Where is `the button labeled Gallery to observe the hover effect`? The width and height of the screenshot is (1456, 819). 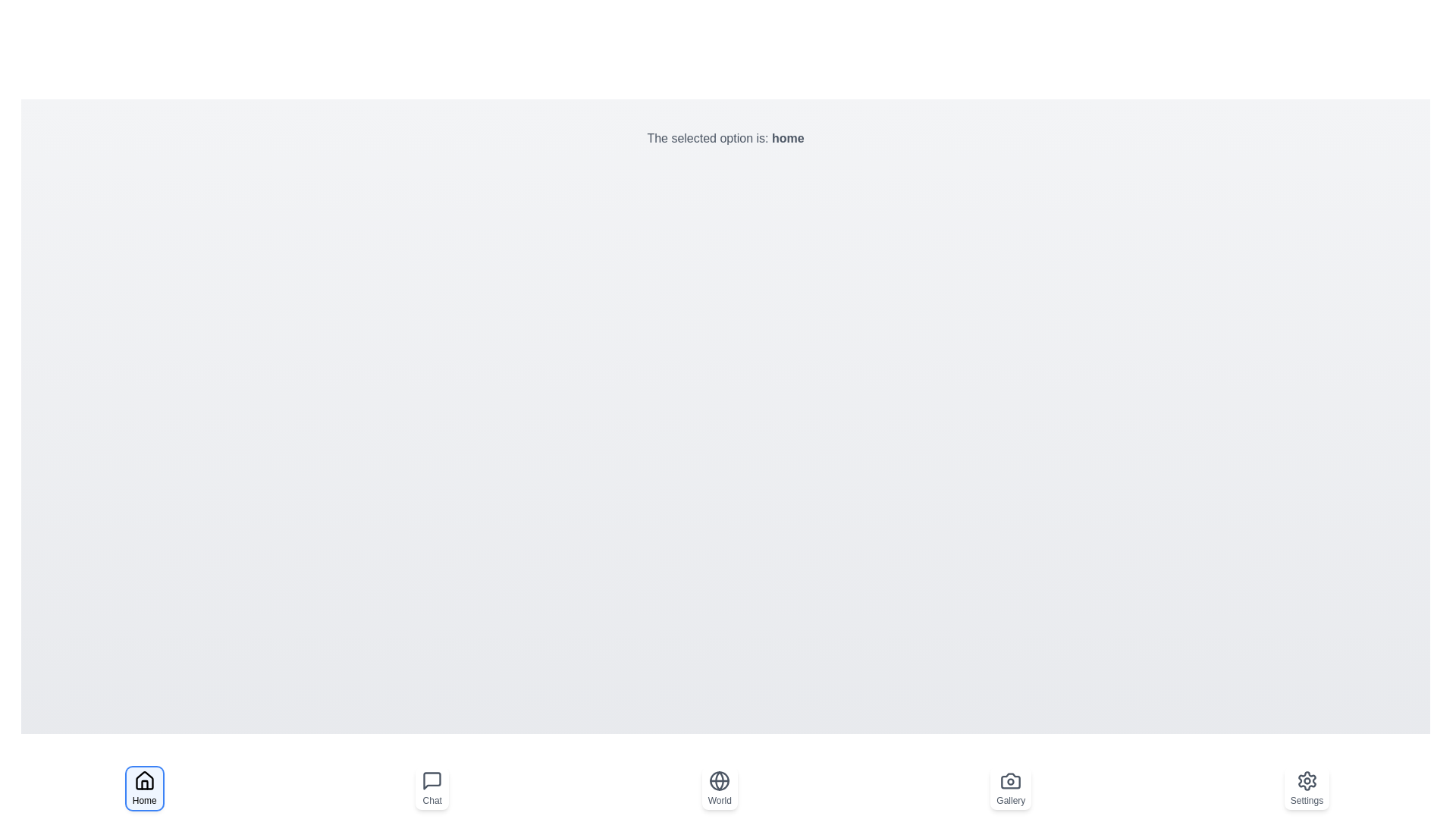 the button labeled Gallery to observe the hover effect is located at coordinates (1011, 788).